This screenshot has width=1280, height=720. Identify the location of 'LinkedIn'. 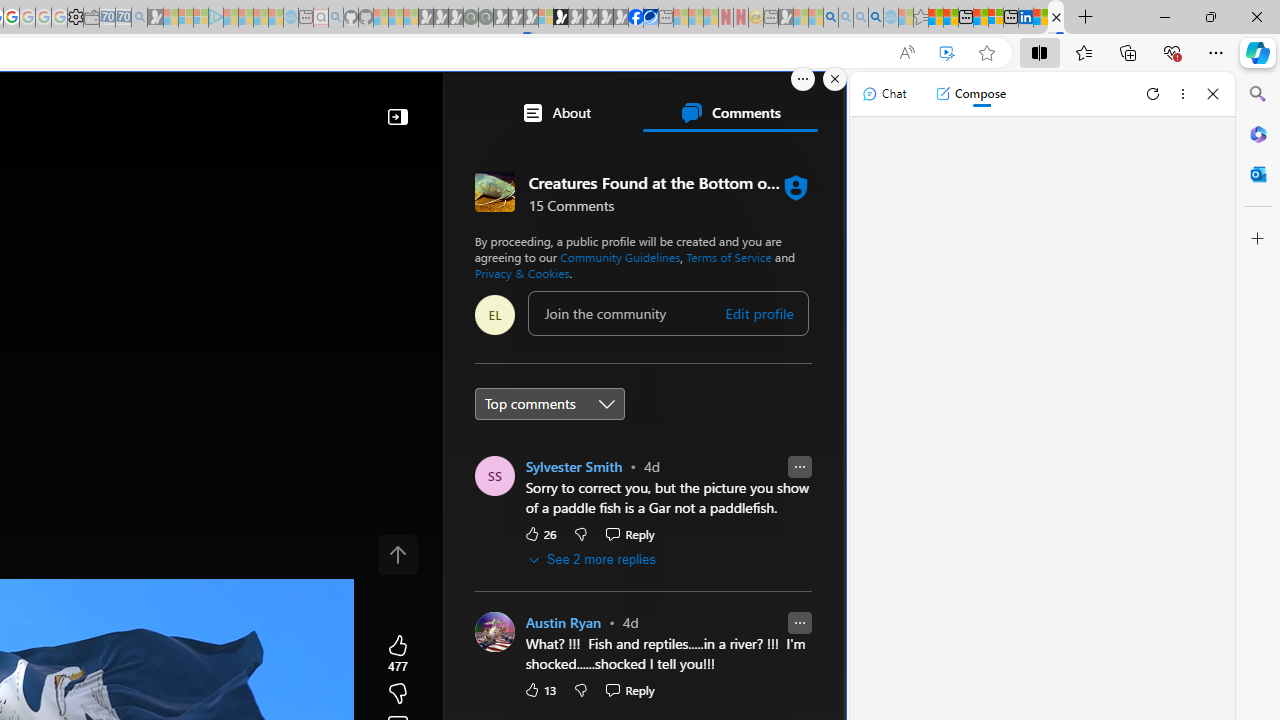
(1025, 17).